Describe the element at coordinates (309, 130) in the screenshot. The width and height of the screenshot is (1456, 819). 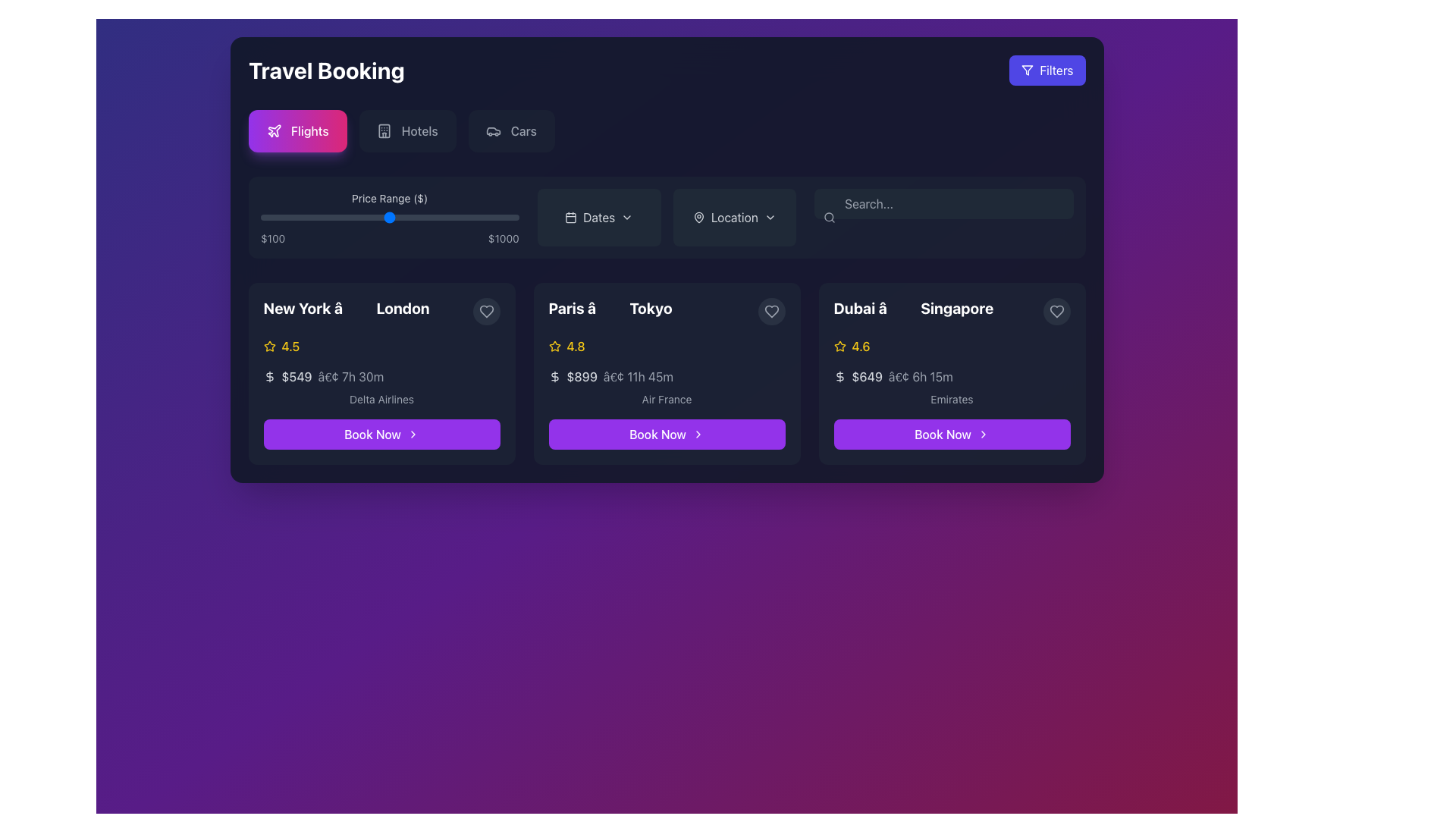
I see `the 'Flights' text element, which is part of a button with a gradient background and a plane icon, to emphasize it` at that location.